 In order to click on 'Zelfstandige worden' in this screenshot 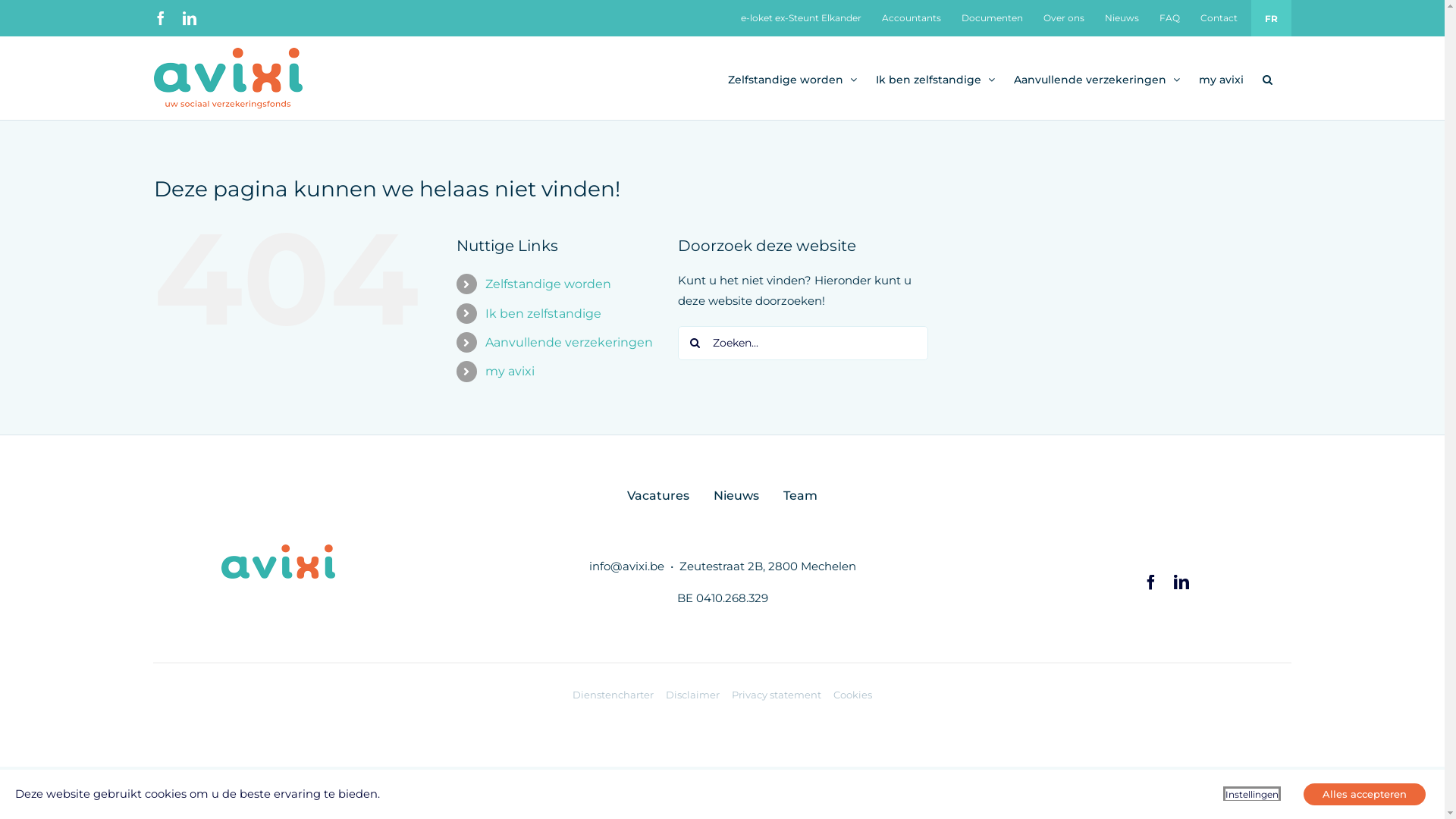, I will do `click(792, 78)`.